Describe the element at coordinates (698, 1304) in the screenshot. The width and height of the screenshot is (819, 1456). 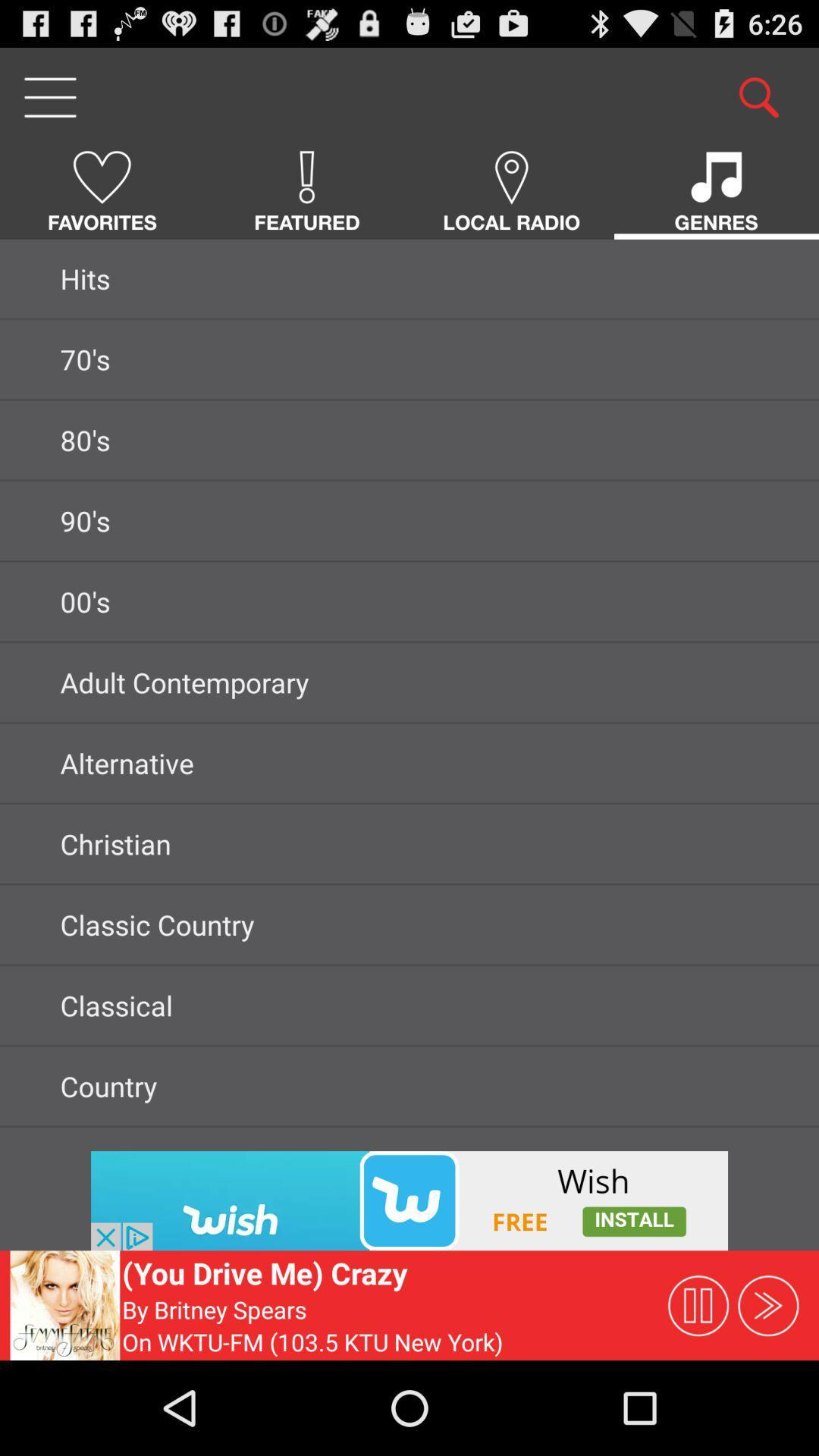
I see `pause the song` at that location.